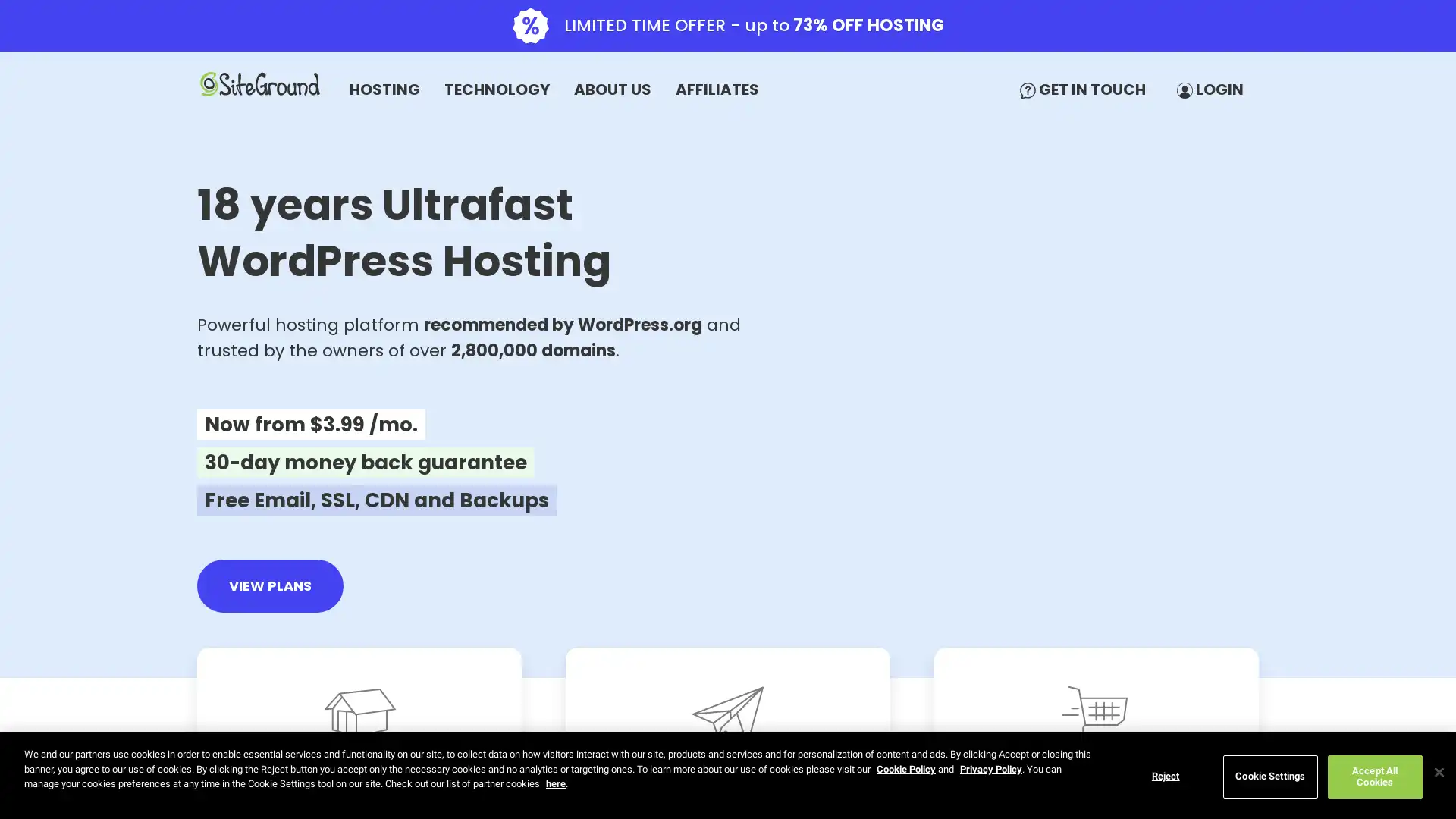 This screenshot has width=1456, height=819. What do you see at coordinates (1269, 776) in the screenshot?
I see `Cookie Settings` at bounding box center [1269, 776].